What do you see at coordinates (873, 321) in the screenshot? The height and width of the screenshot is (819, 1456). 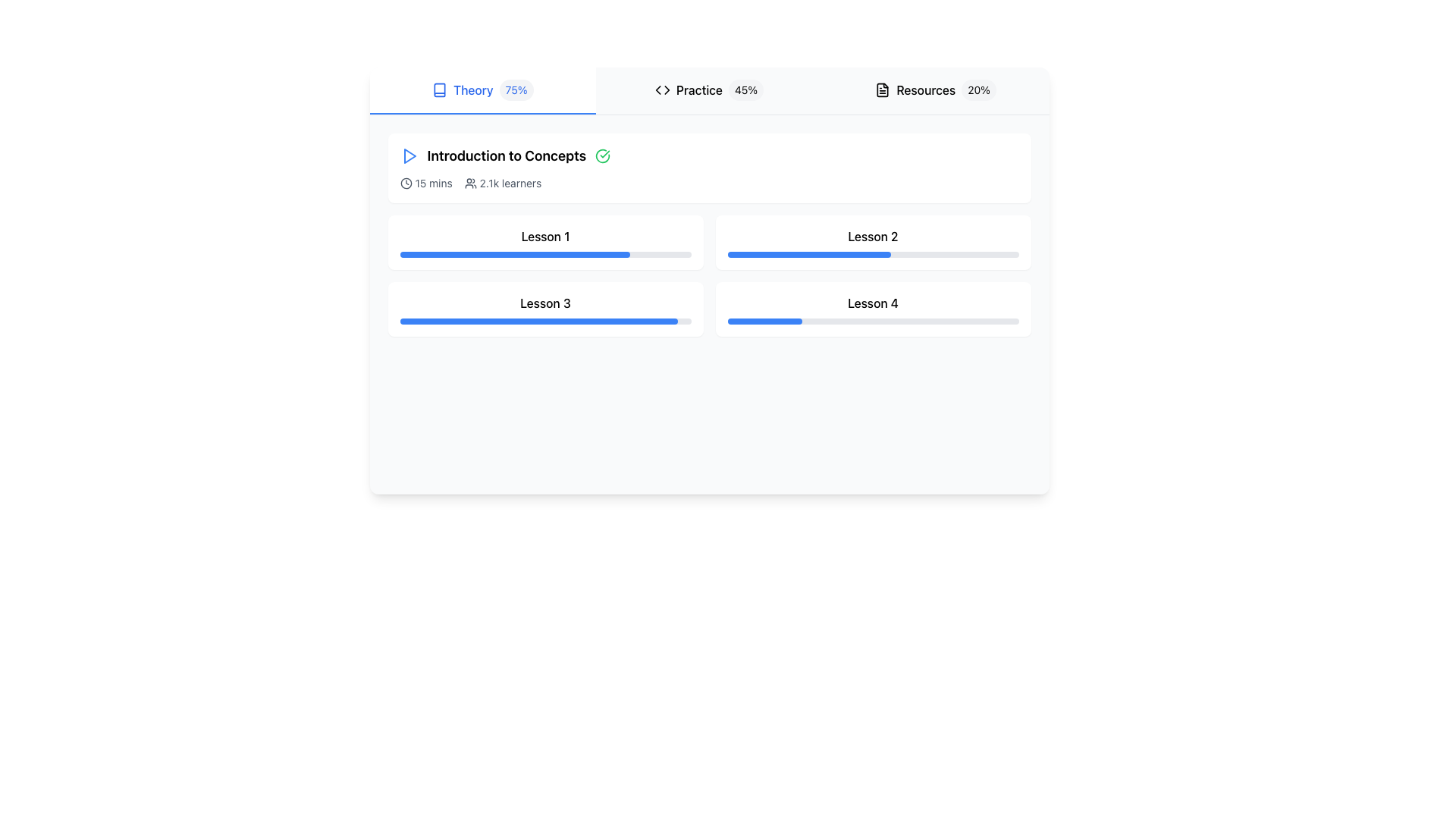 I see `the displayed progress on the progress bar located under the 'Lesson 4' label in the bottom-right quadrant of the layout` at bounding box center [873, 321].